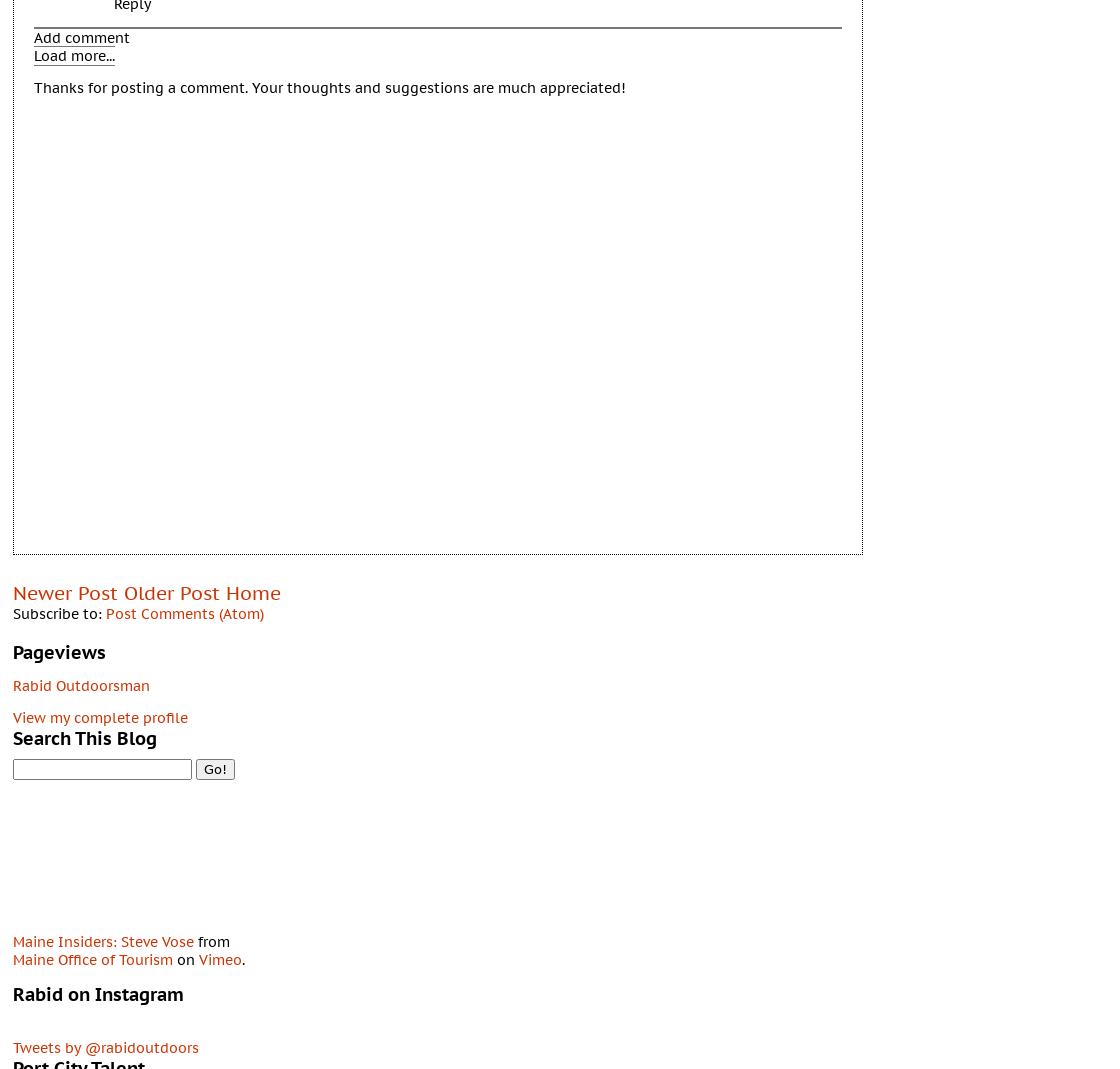 The width and height of the screenshot is (1120, 1069). Describe the element at coordinates (186, 957) in the screenshot. I see `'on'` at that location.